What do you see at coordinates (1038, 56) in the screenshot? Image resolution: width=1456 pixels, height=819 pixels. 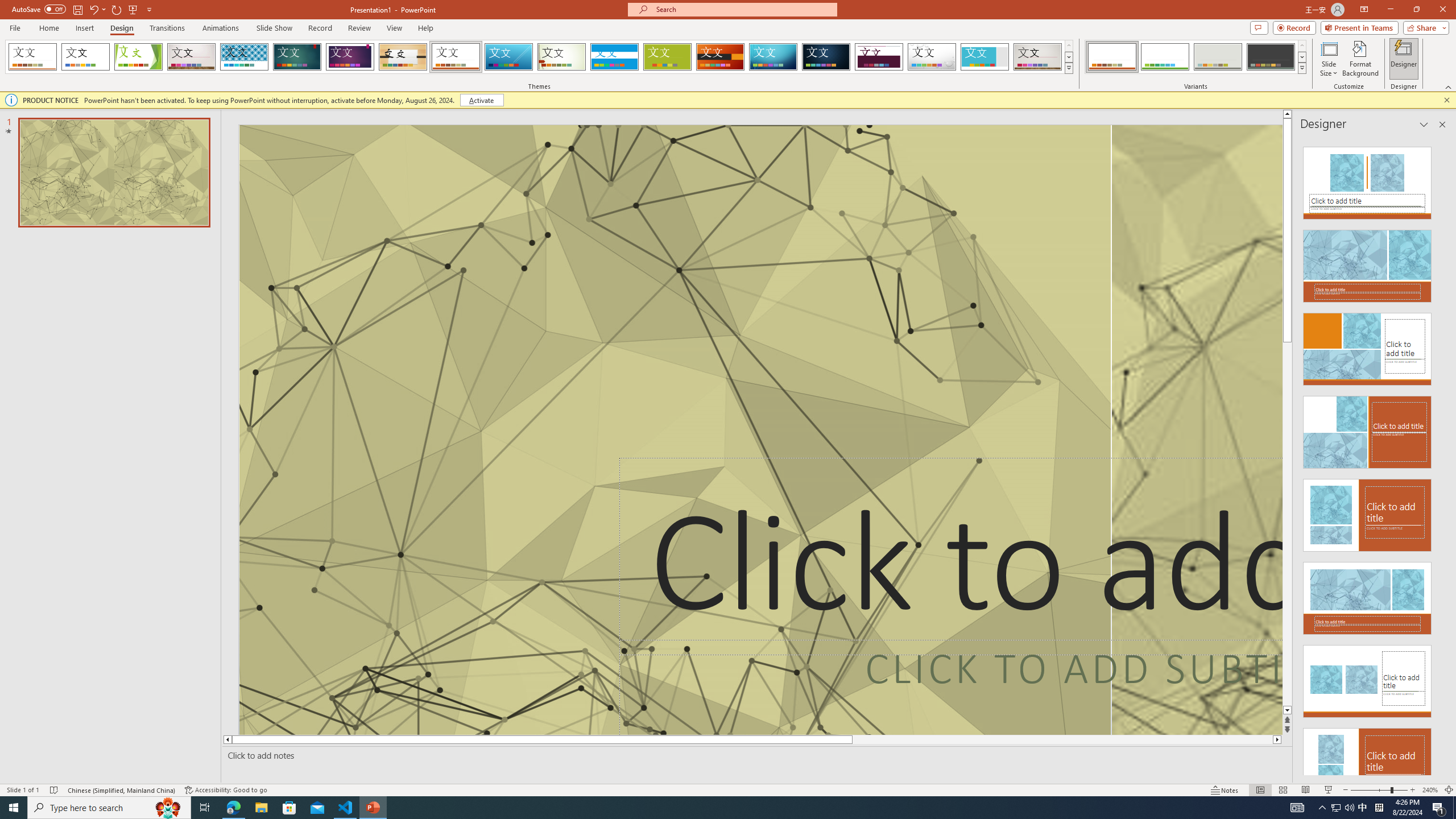 I see `'Gallery'` at bounding box center [1038, 56].